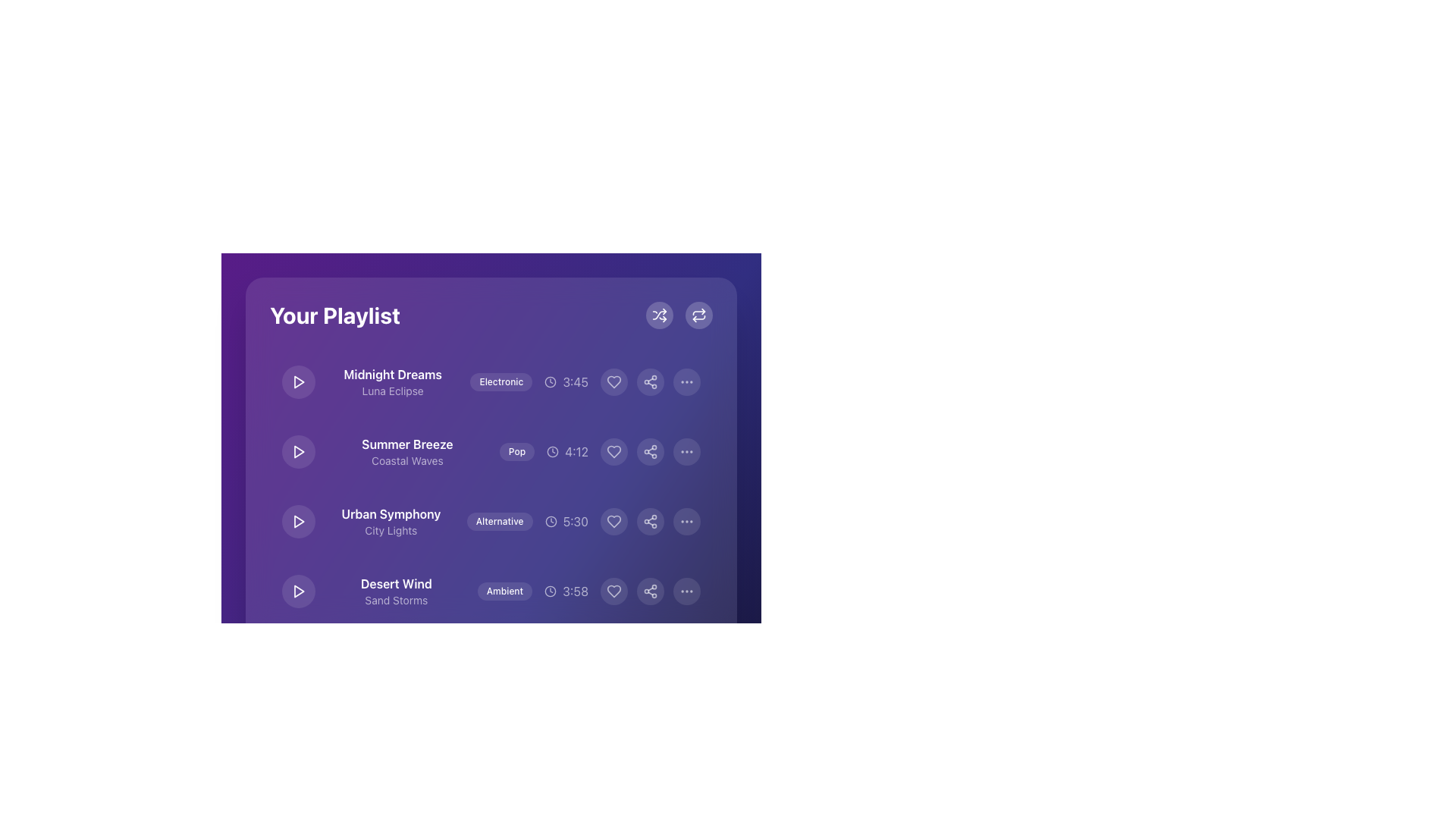 This screenshot has height=819, width=1456. I want to click on the 'Luna Eclipse' text label, which is a smaller, dimmer font in light grayish-white color against a dark purple background, positioned below the 'Midnight Dreams' text, so click(393, 391).